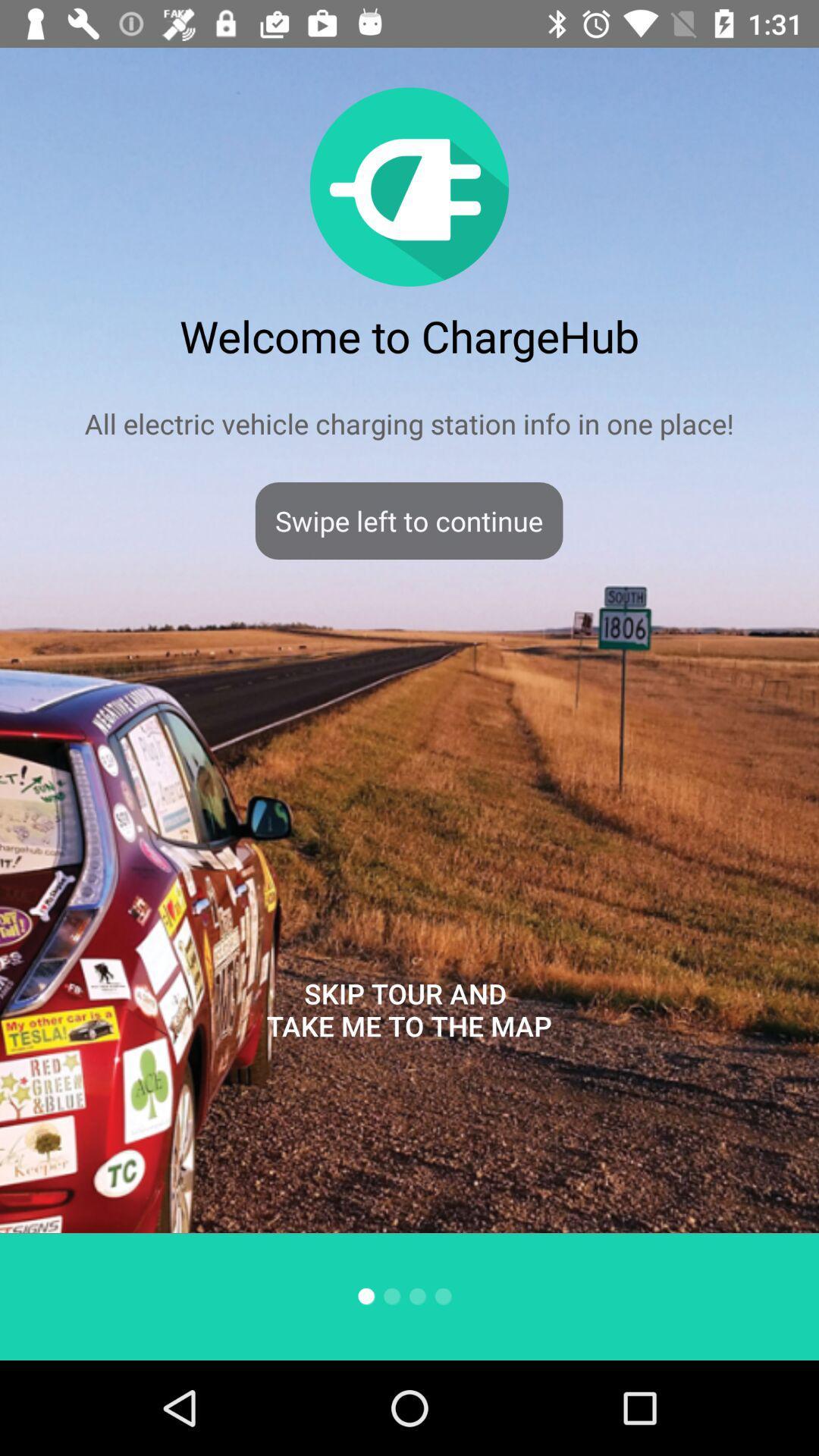 The width and height of the screenshot is (819, 1456). I want to click on skip tour and icon, so click(408, 1009).